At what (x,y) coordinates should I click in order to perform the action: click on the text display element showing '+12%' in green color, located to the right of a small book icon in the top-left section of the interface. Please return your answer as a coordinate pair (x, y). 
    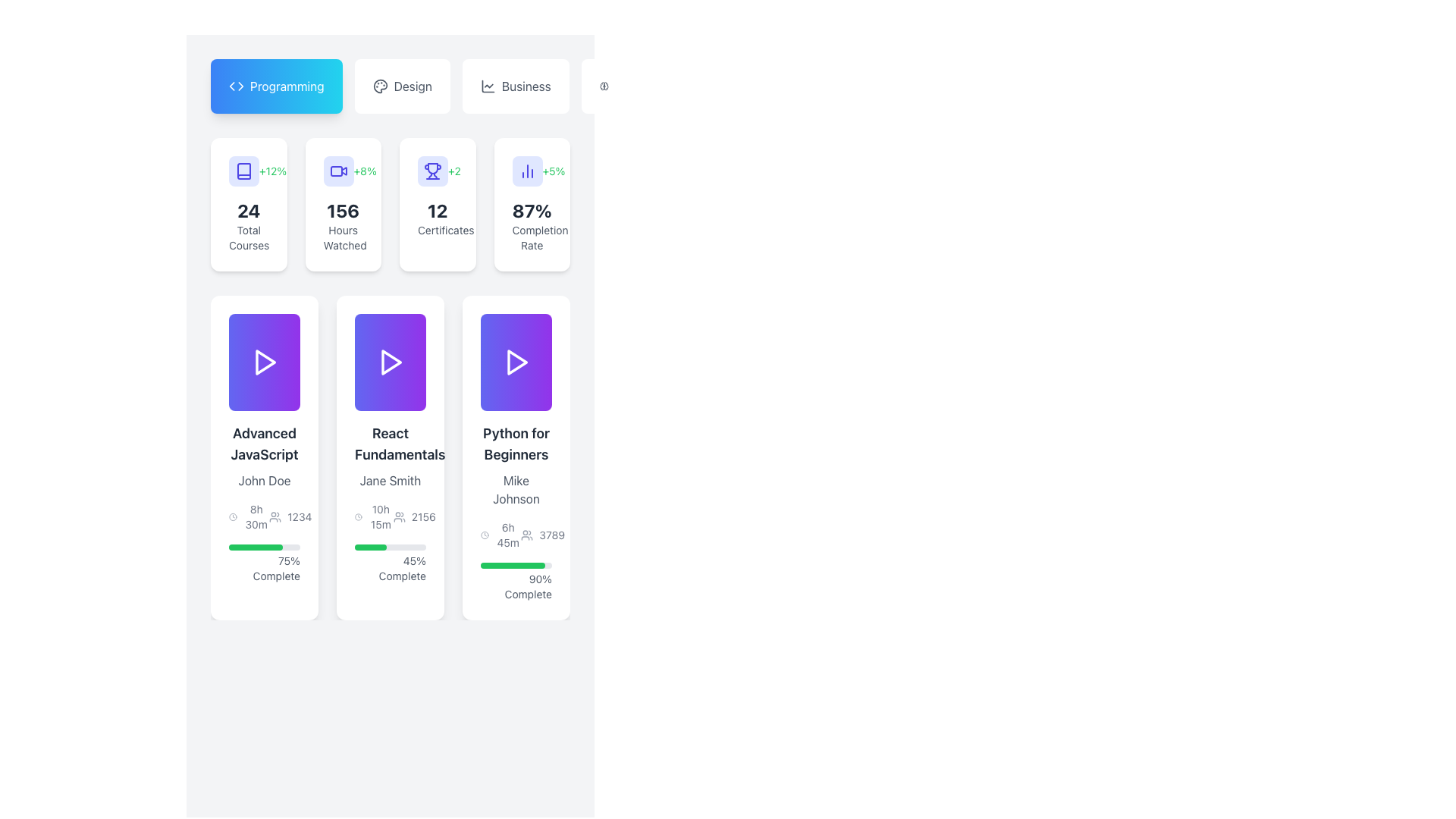
    Looking at the image, I should click on (273, 171).